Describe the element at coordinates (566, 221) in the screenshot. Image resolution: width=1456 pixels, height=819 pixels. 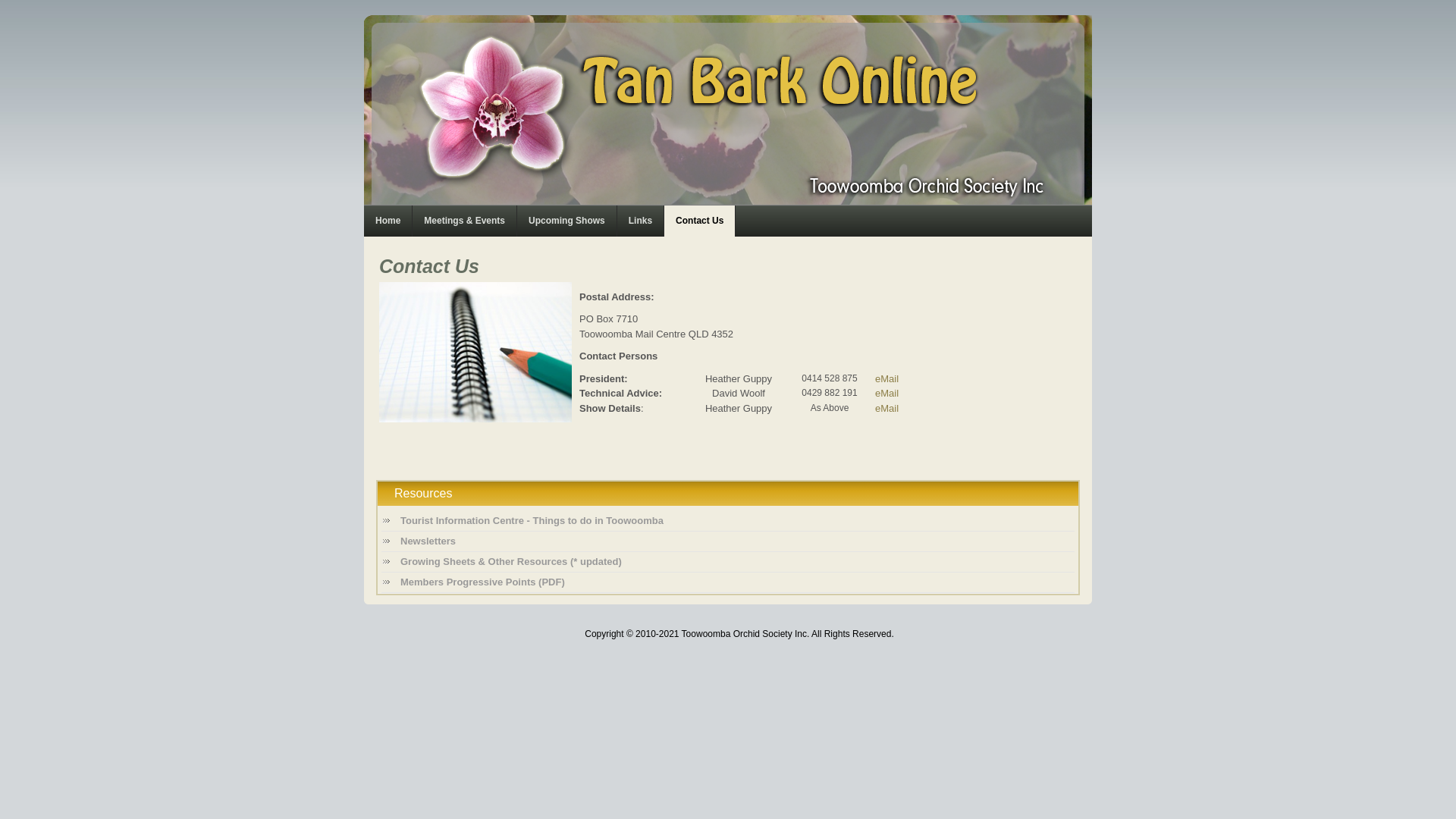
I see `'Upcoming Shows'` at that location.